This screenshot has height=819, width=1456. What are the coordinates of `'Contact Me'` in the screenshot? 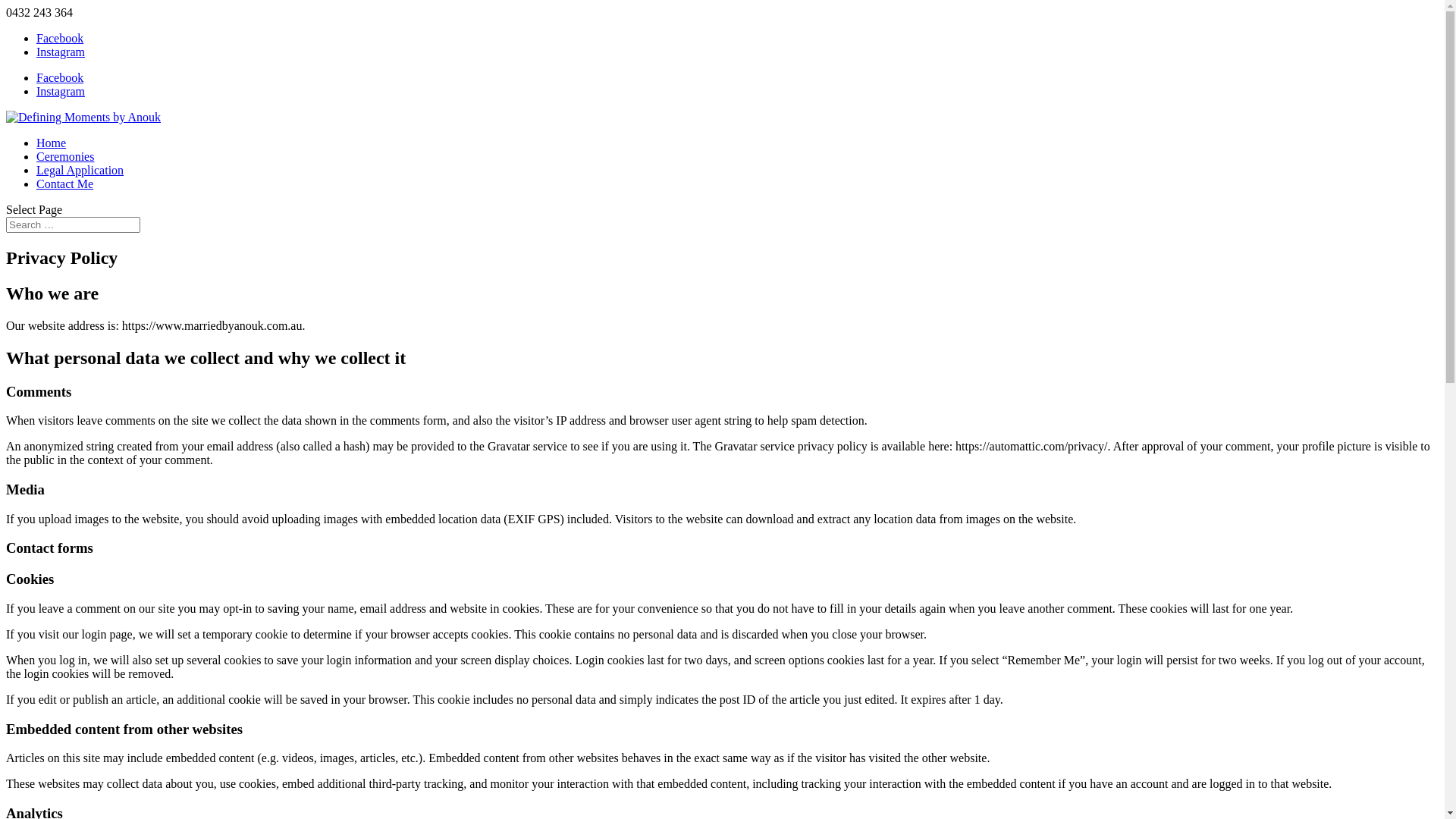 It's located at (64, 183).